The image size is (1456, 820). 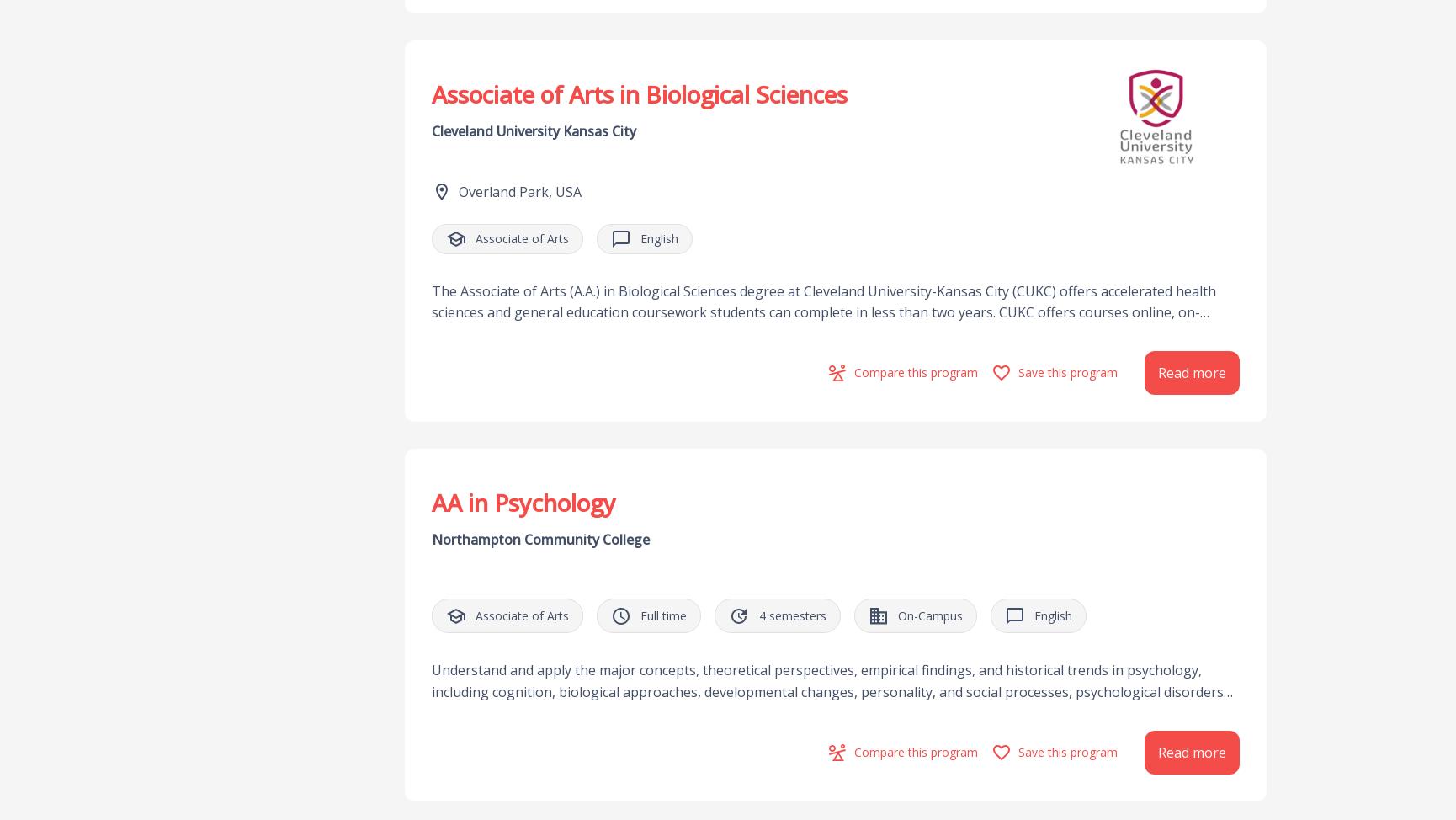 What do you see at coordinates (640, 615) in the screenshot?
I see `'Full time'` at bounding box center [640, 615].